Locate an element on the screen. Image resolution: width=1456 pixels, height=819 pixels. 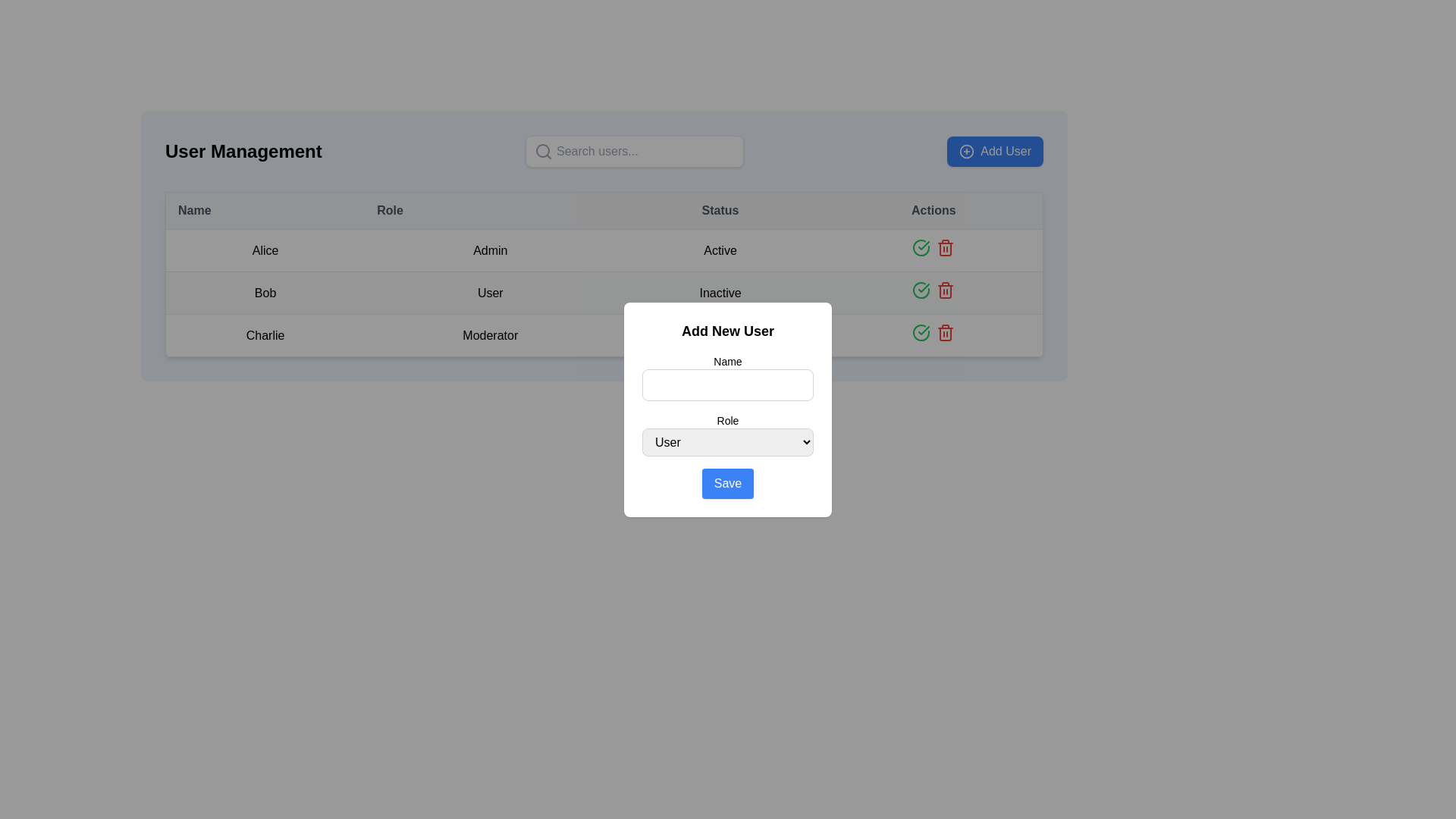
the table cell displaying the user role 'Moderator' for the user 'Charlie' in the user management table is located at coordinates (490, 334).